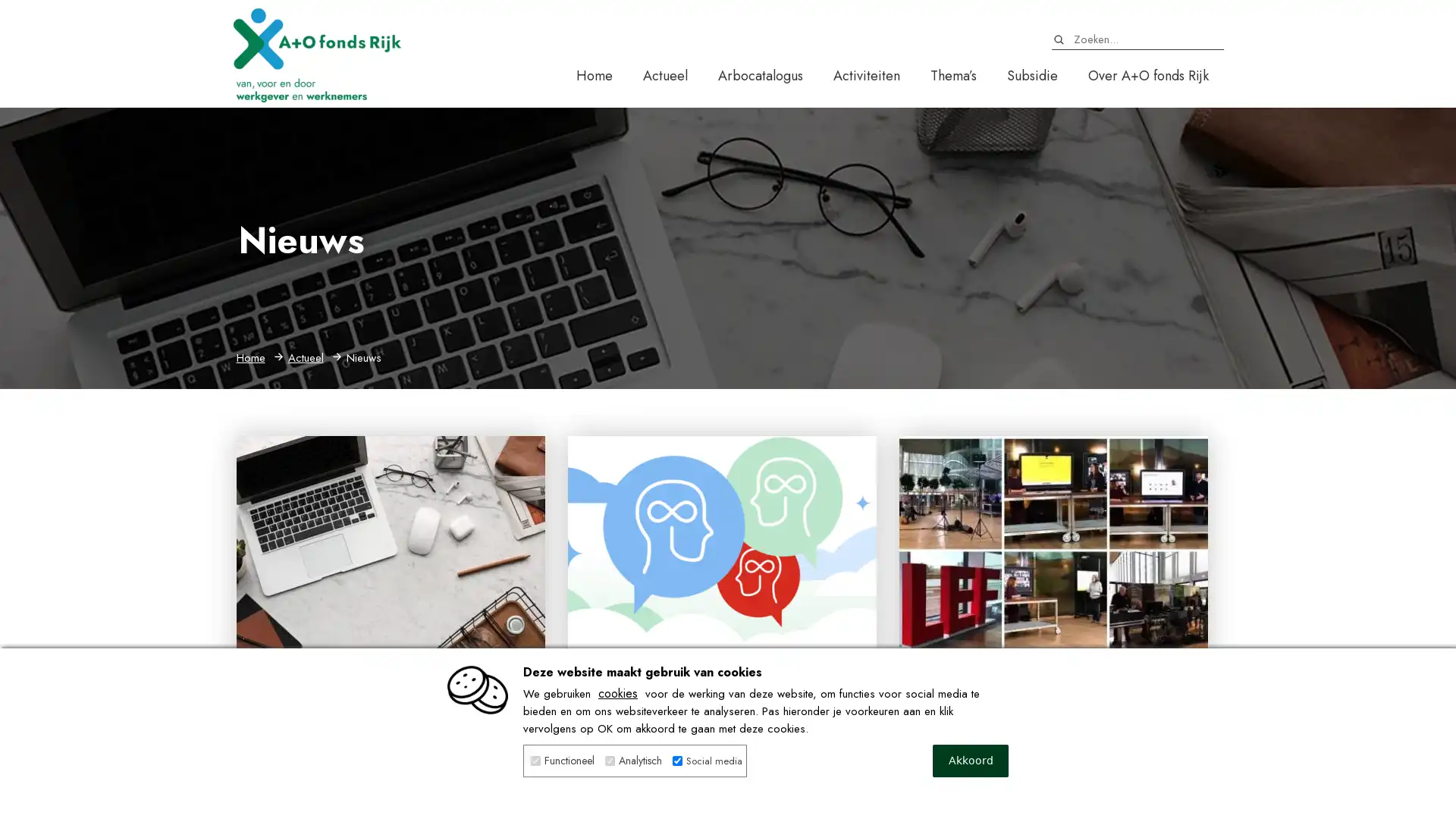  What do you see at coordinates (971, 761) in the screenshot?
I see `Akkoord` at bounding box center [971, 761].